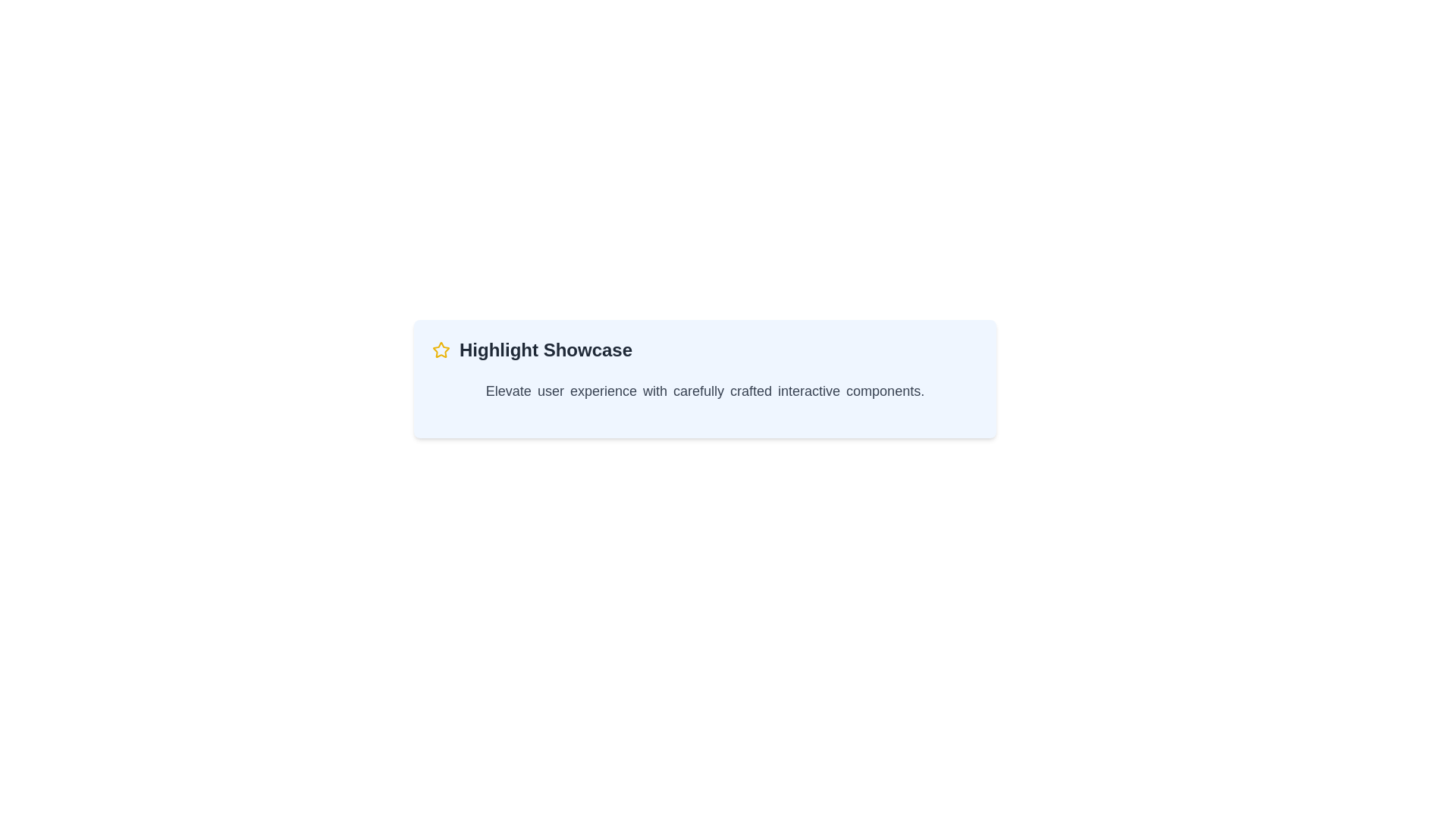 This screenshot has height=819, width=1456. What do you see at coordinates (550, 391) in the screenshot?
I see `the text span displaying the word 'user' in a dark font, which is the second word in the phrase 'Elevate user experience with carefully crafted interactive components.'` at bounding box center [550, 391].